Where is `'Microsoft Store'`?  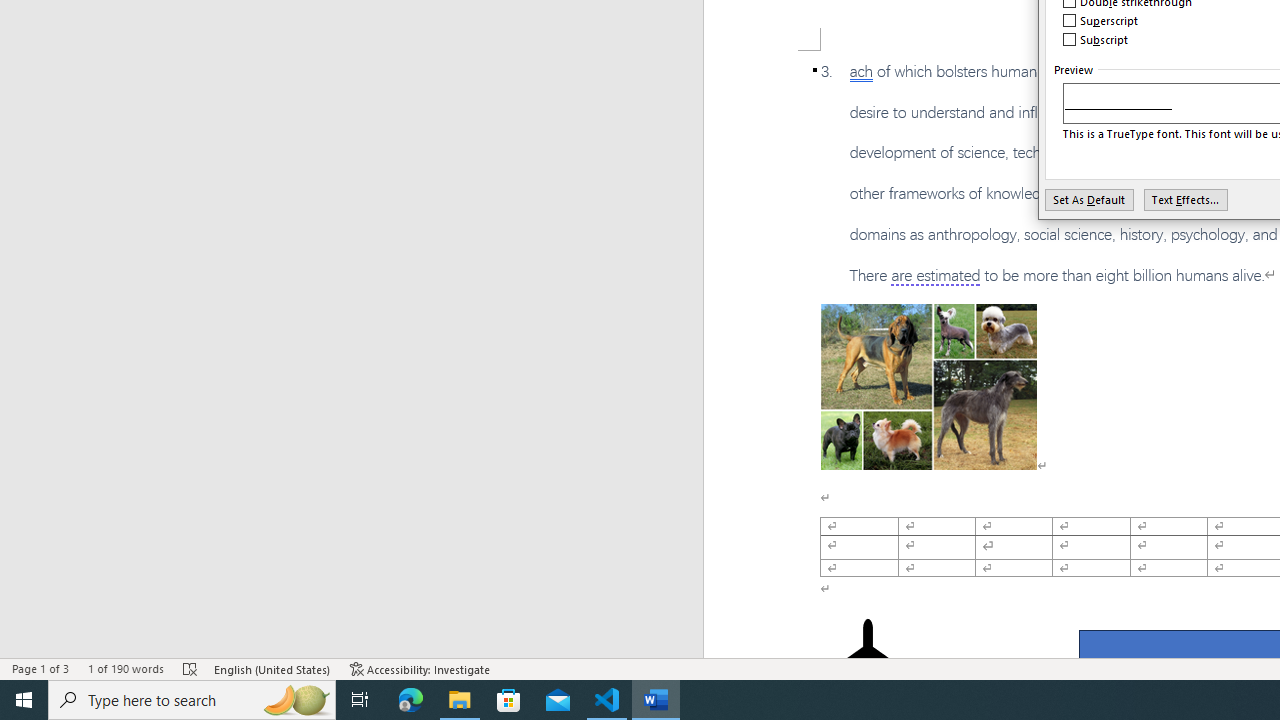 'Microsoft Store' is located at coordinates (509, 698).